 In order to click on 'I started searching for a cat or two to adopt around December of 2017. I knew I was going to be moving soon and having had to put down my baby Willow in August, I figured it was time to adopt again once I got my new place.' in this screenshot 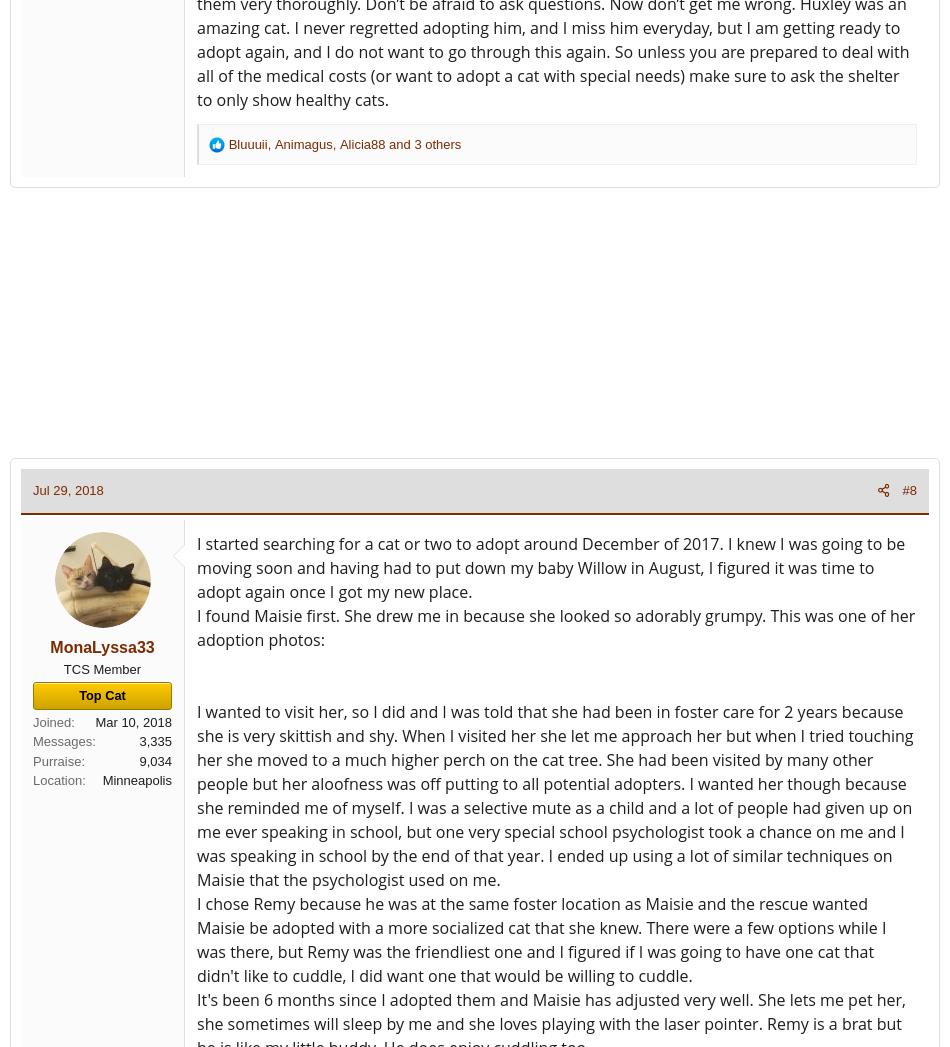, I will do `click(197, 566)`.